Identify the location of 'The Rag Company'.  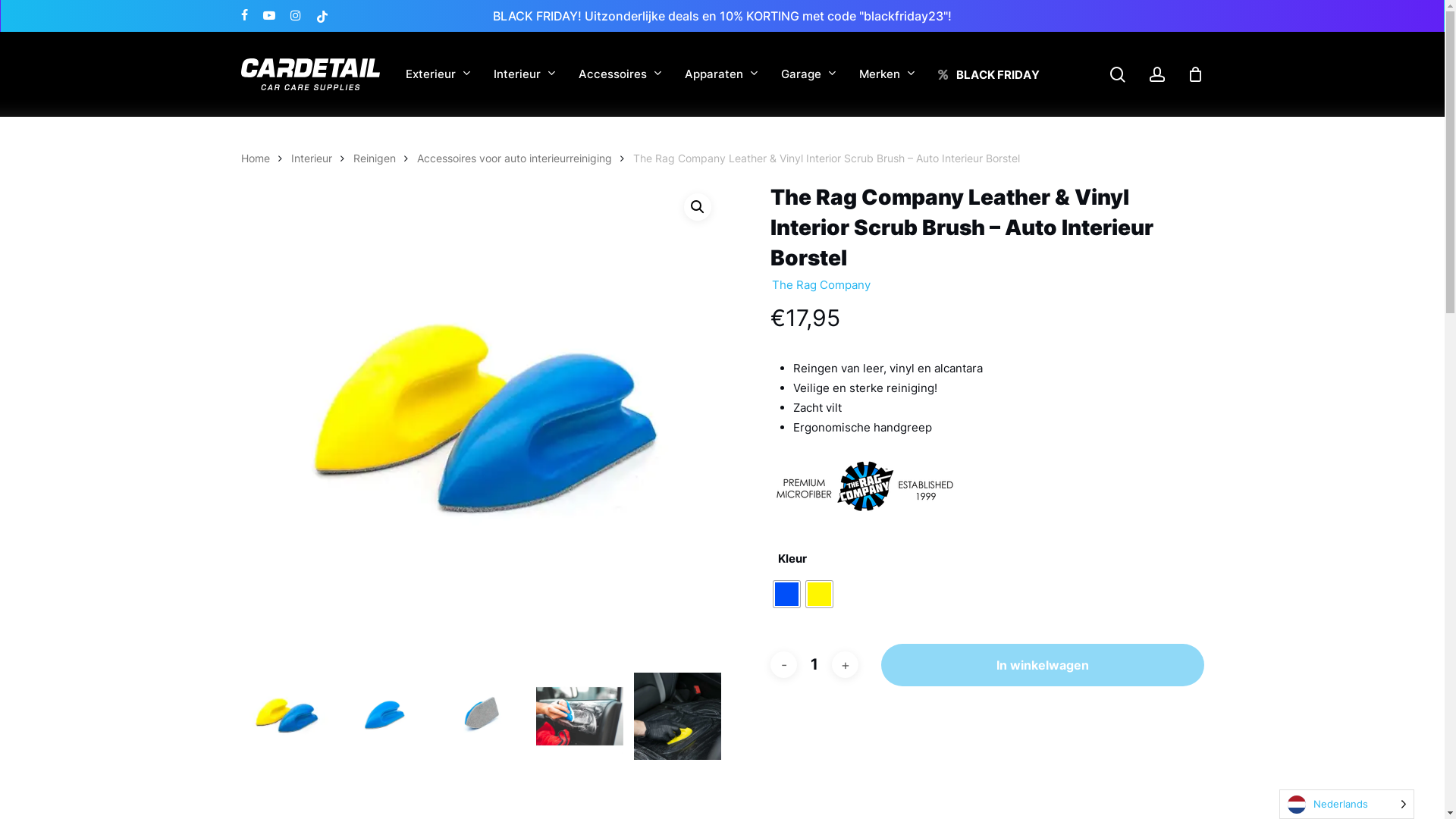
(770, 284).